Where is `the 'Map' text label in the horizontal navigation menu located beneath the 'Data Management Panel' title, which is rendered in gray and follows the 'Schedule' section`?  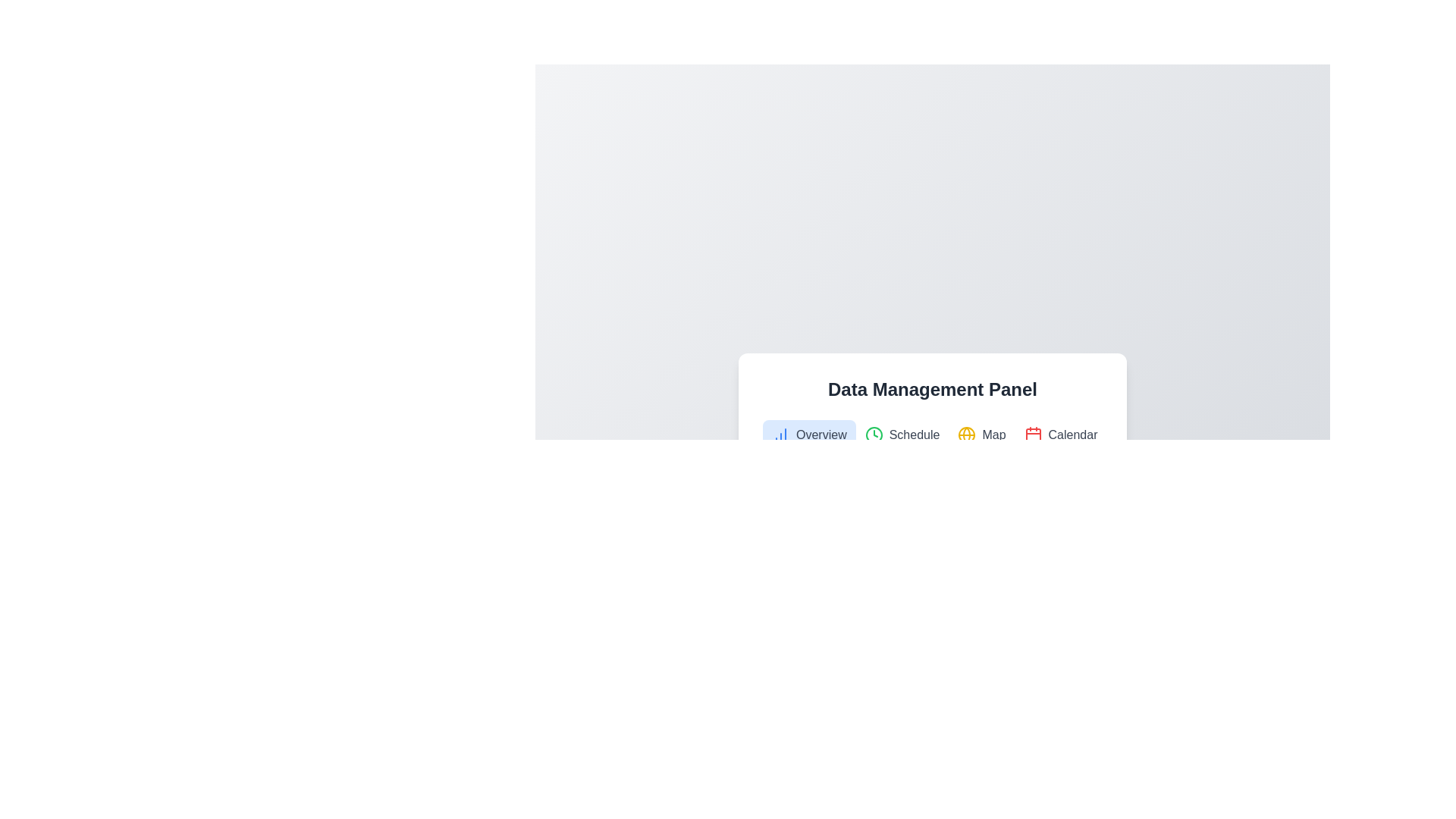
the 'Map' text label in the horizontal navigation menu located beneath the 'Data Management Panel' title, which is rendered in gray and follows the 'Schedule' section is located at coordinates (993, 435).